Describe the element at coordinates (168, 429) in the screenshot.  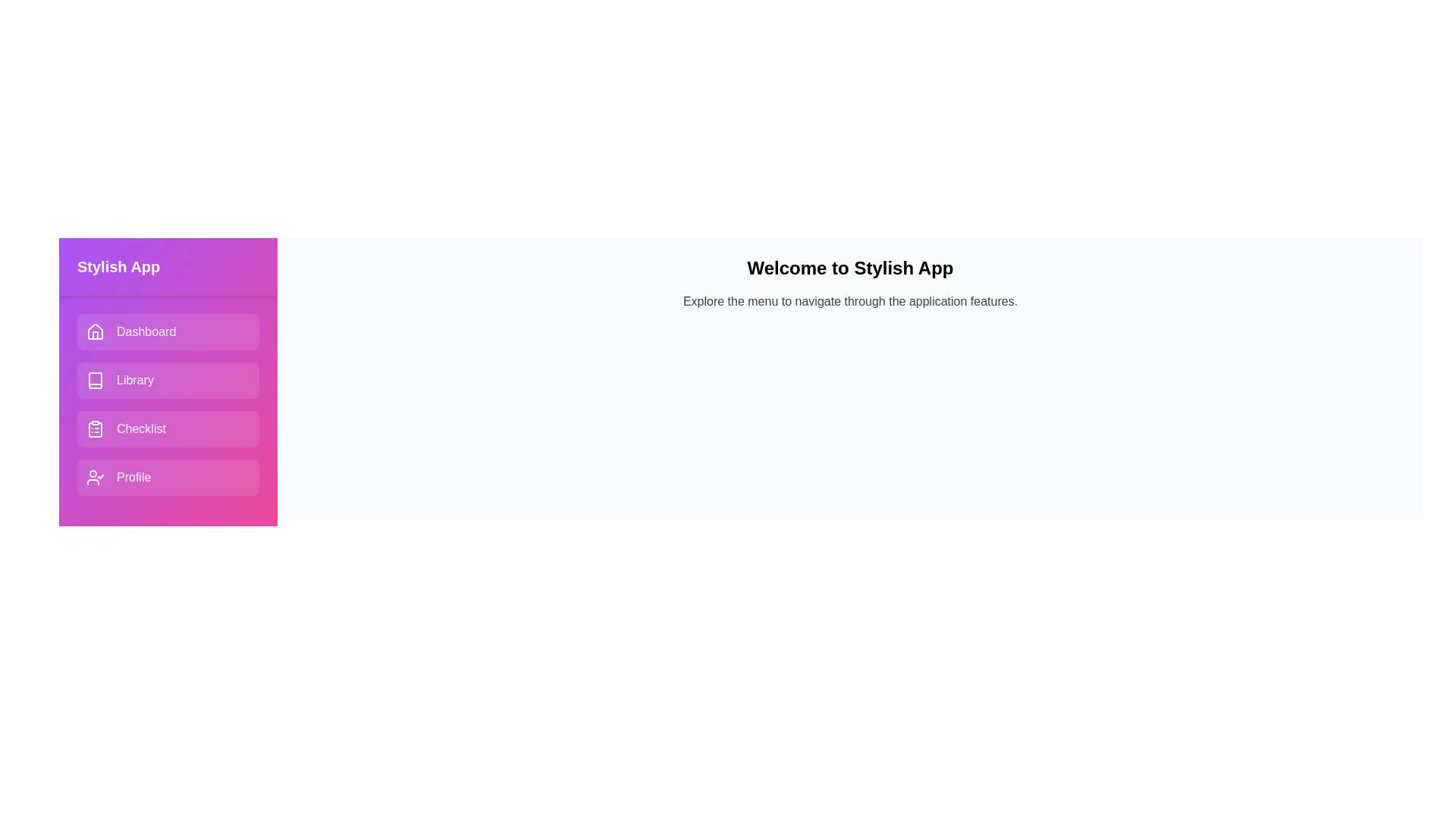
I see `the menu item labeled Checklist to navigate to the corresponding section` at that location.